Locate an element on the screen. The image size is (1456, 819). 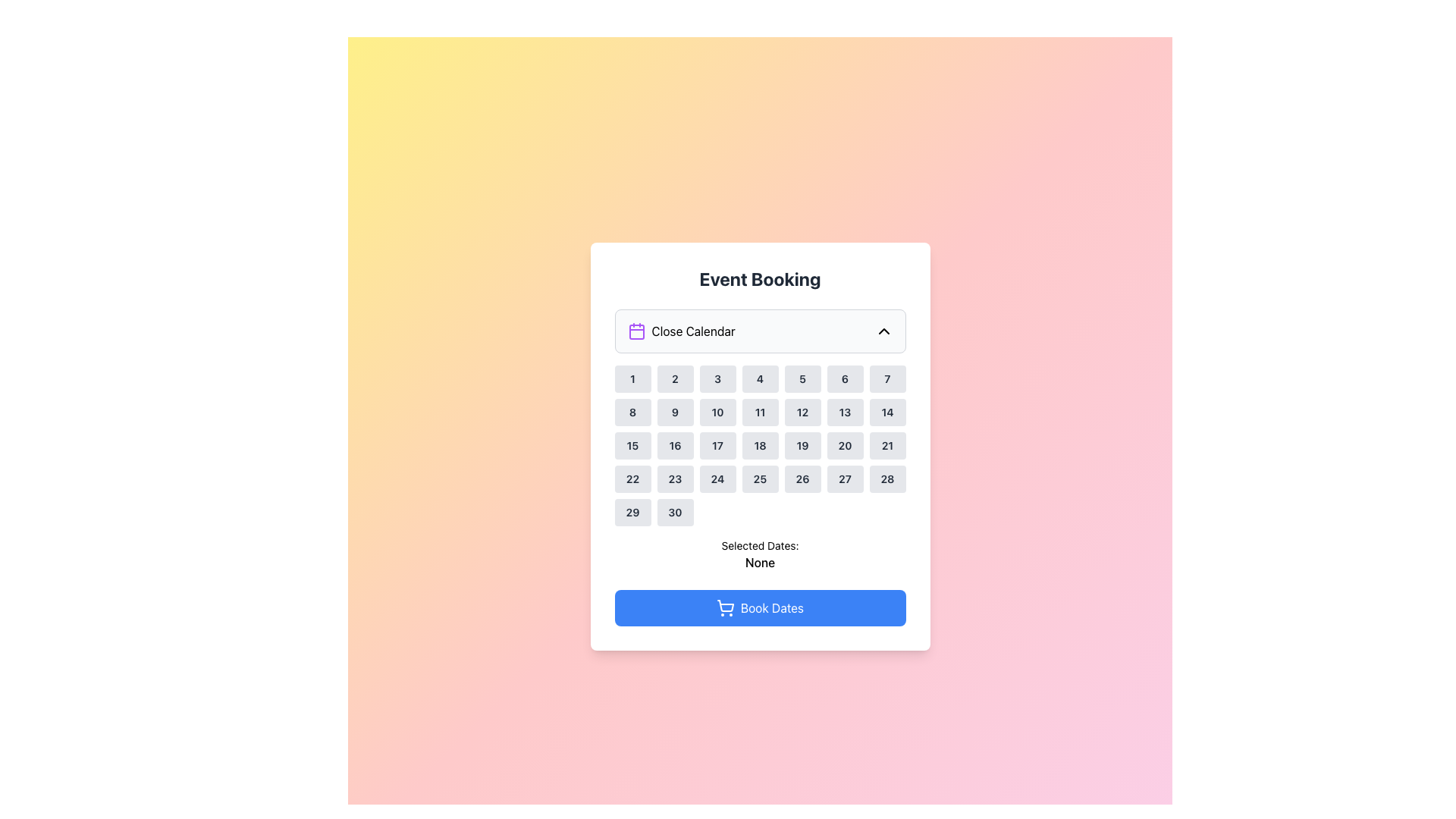
the second button in the first row of the calendar is located at coordinates (674, 378).